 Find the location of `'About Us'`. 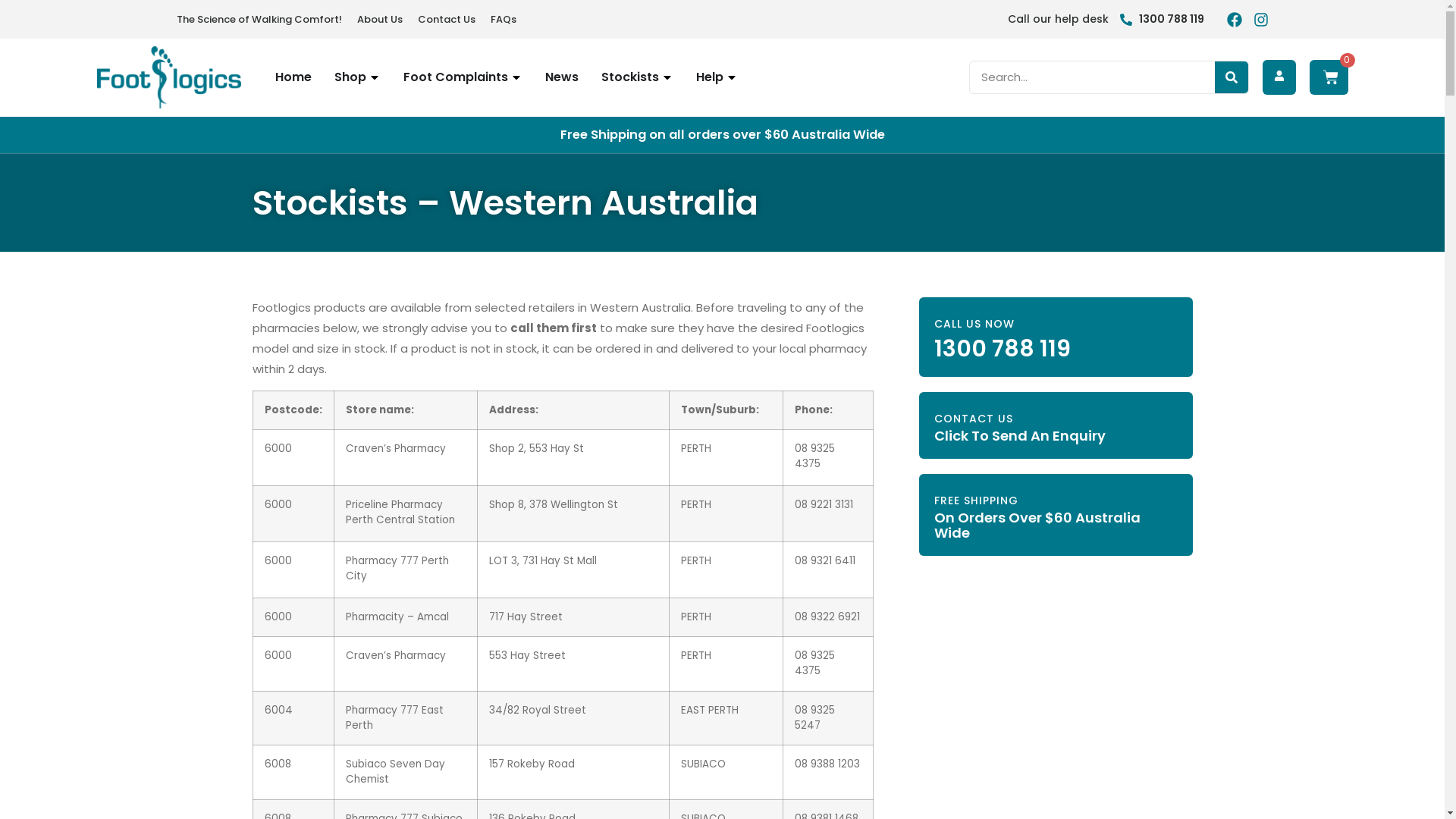

'About Us' is located at coordinates (378, 19).